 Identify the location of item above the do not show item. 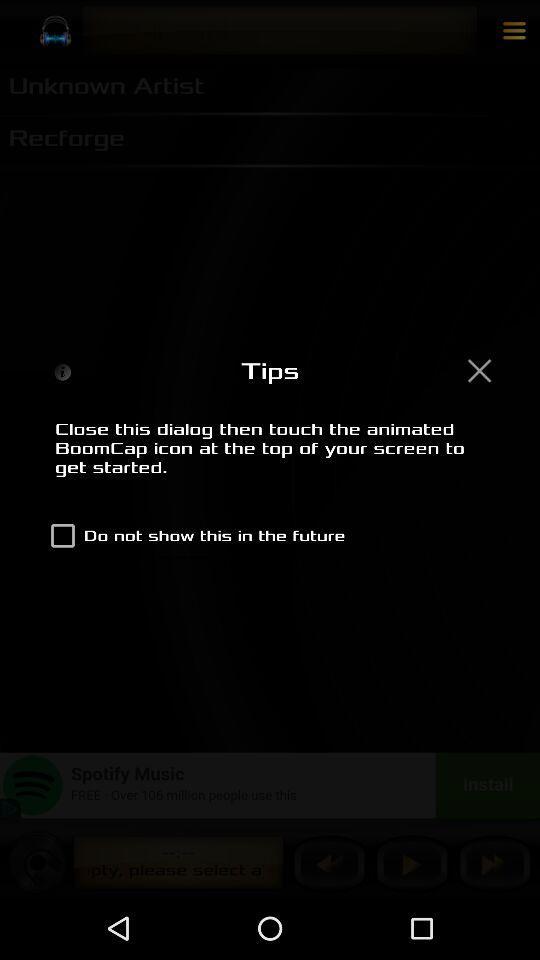
(270, 459).